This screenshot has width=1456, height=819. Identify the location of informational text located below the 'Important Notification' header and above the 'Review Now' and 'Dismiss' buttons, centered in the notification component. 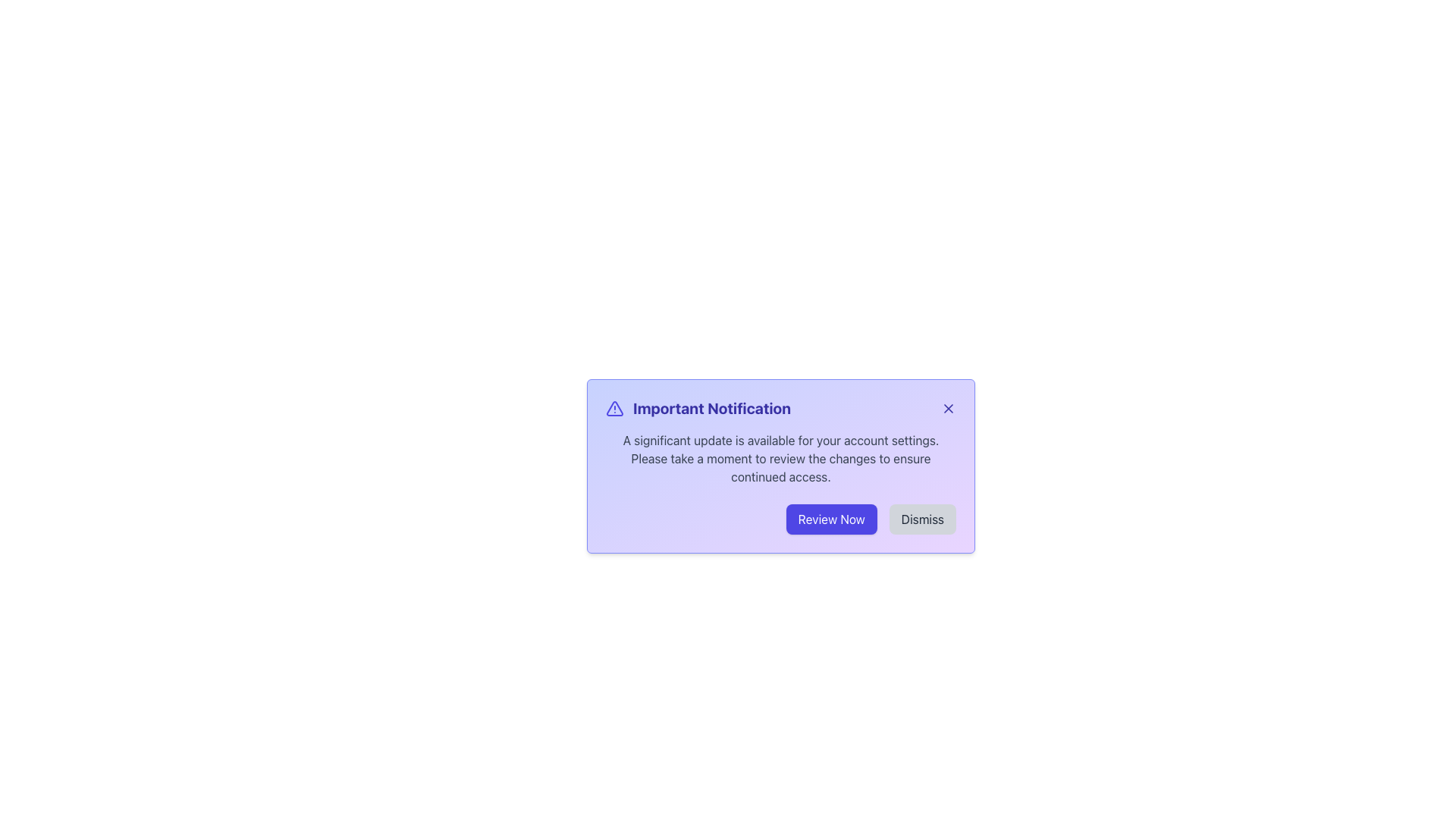
(781, 458).